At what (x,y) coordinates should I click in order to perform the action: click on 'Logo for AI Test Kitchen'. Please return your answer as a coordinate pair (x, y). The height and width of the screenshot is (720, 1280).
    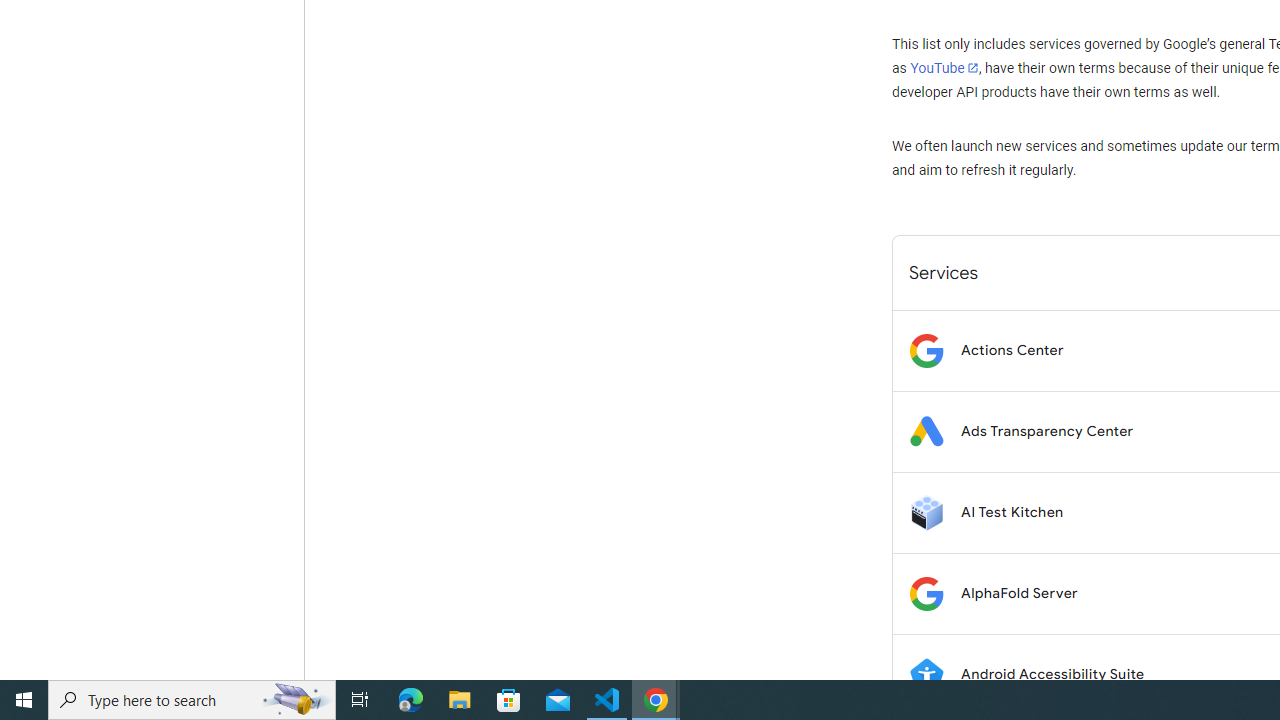
    Looking at the image, I should click on (925, 511).